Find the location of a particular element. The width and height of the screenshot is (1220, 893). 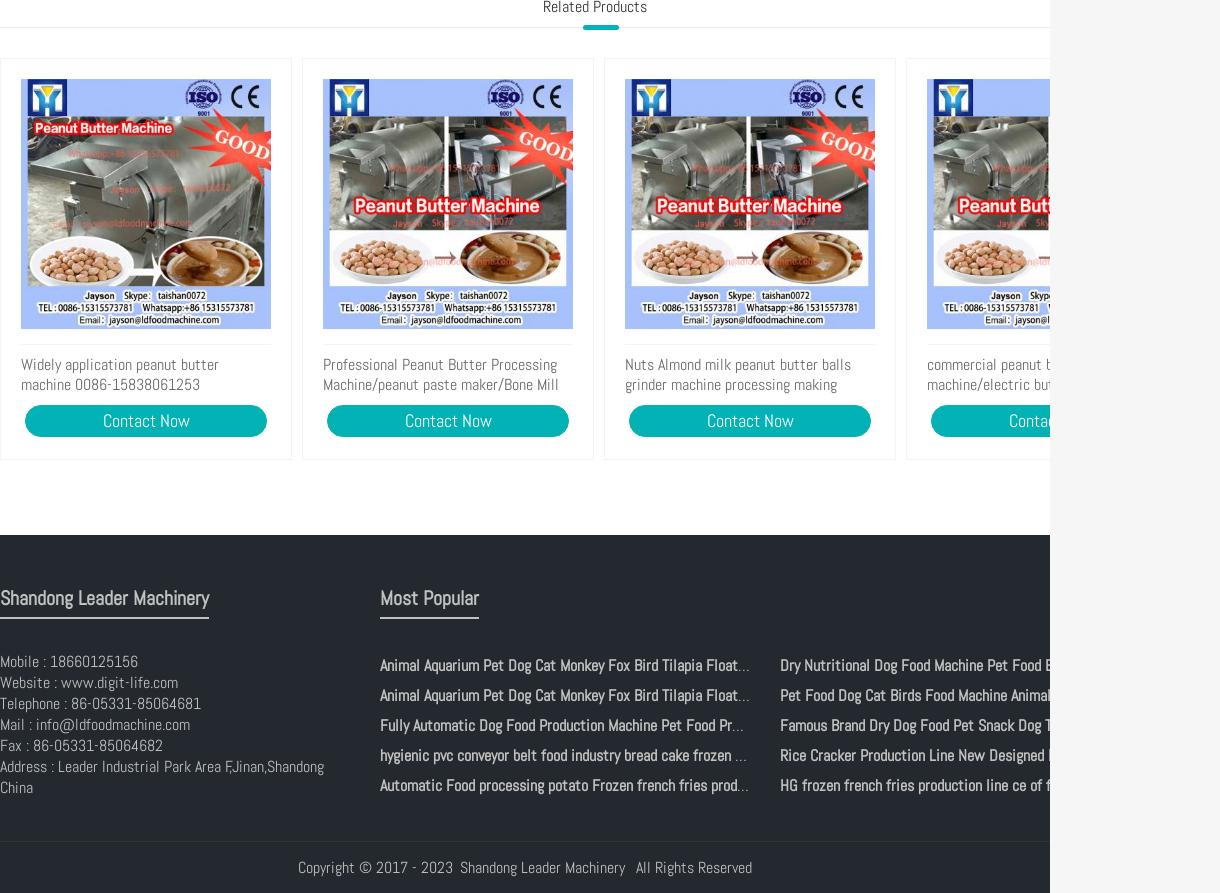

'commercial peanut butter machine/electric butter maker(whats app:0086-15639144594)' is located at coordinates (1041, 384).